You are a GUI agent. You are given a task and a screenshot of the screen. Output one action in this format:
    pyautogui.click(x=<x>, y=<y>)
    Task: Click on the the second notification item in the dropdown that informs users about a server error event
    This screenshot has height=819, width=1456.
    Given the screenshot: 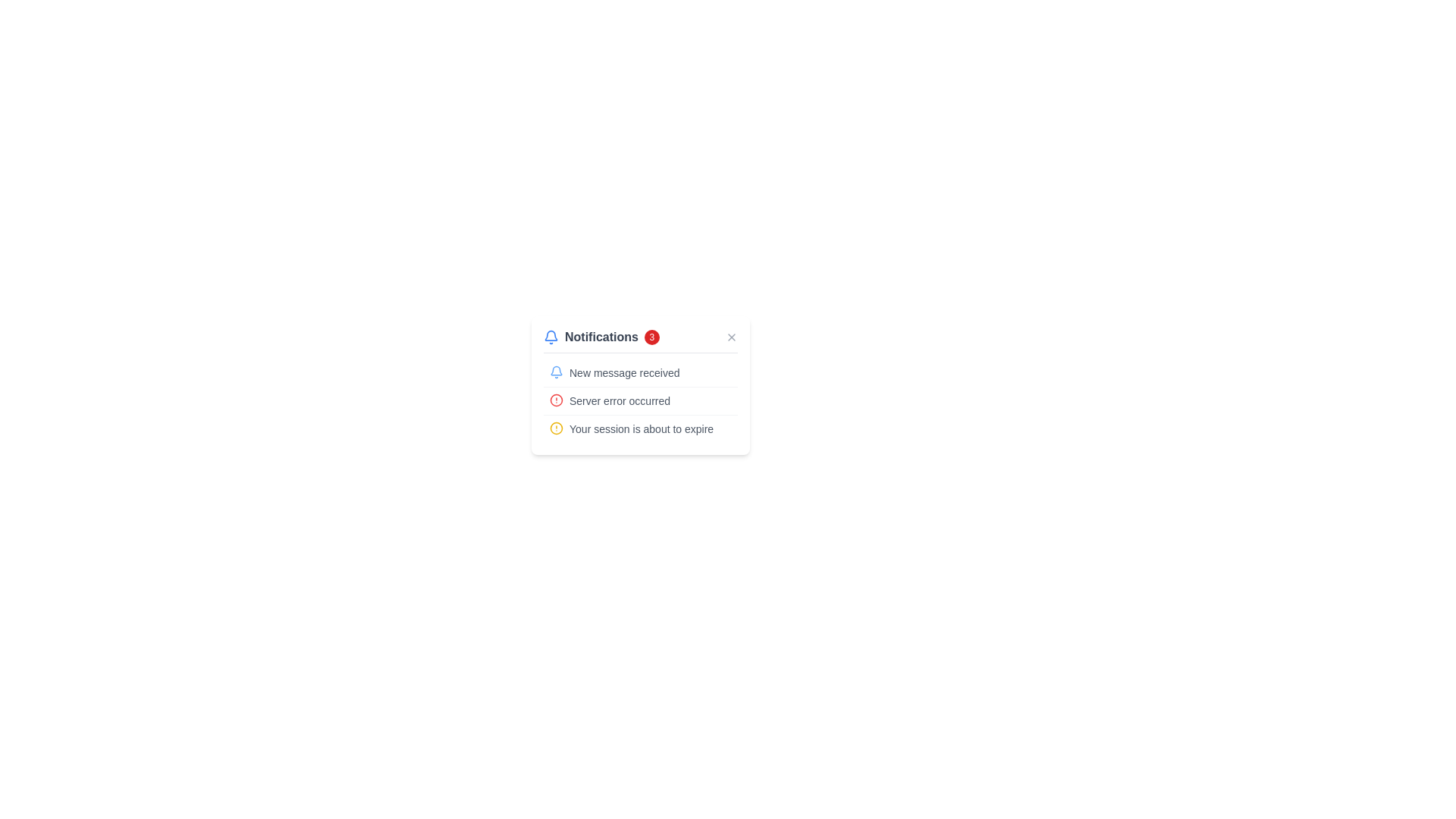 What is the action you would take?
    pyautogui.click(x=640, y=400)
    